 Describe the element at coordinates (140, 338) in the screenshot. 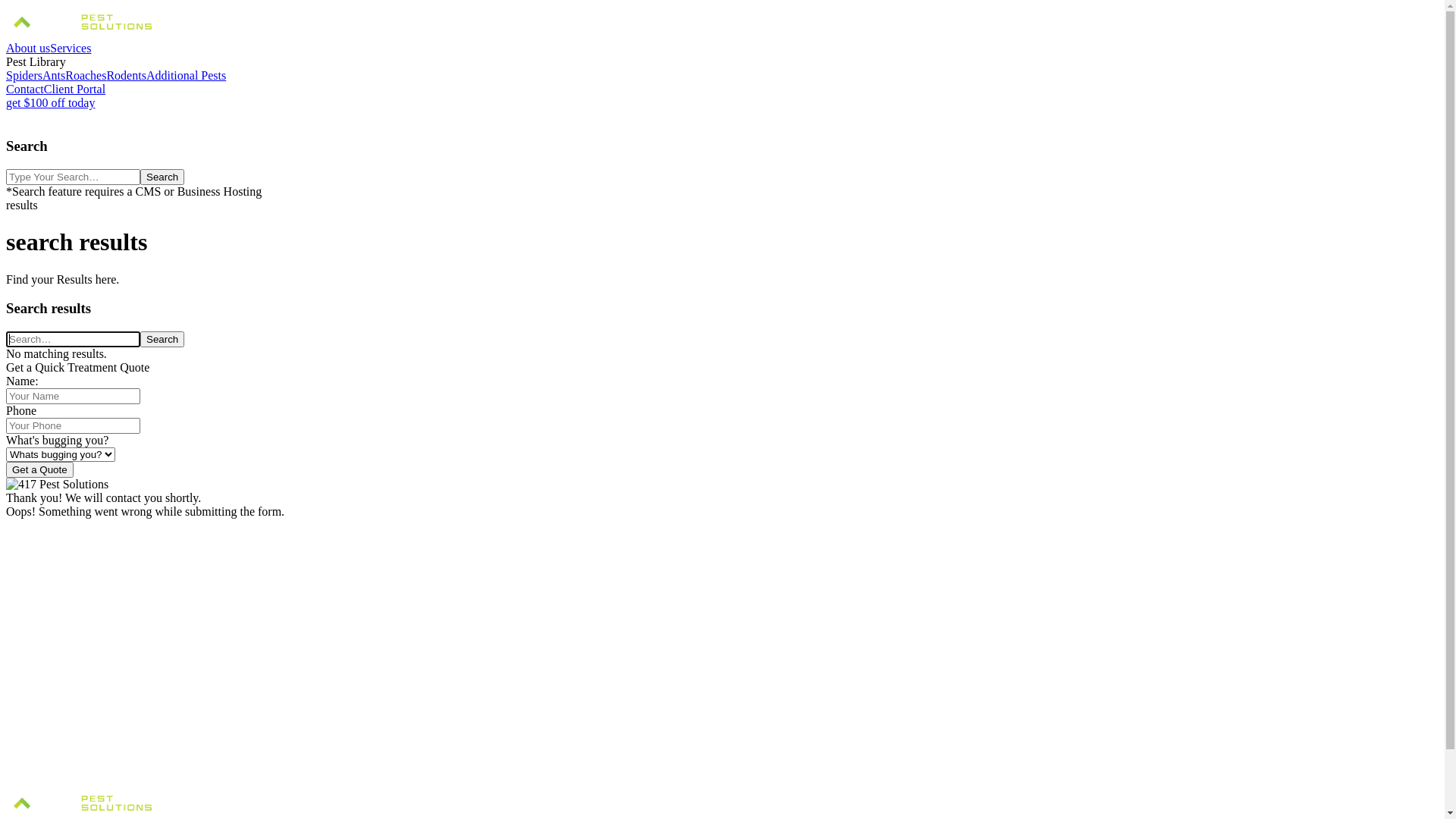

I see `'Search'` at that location.